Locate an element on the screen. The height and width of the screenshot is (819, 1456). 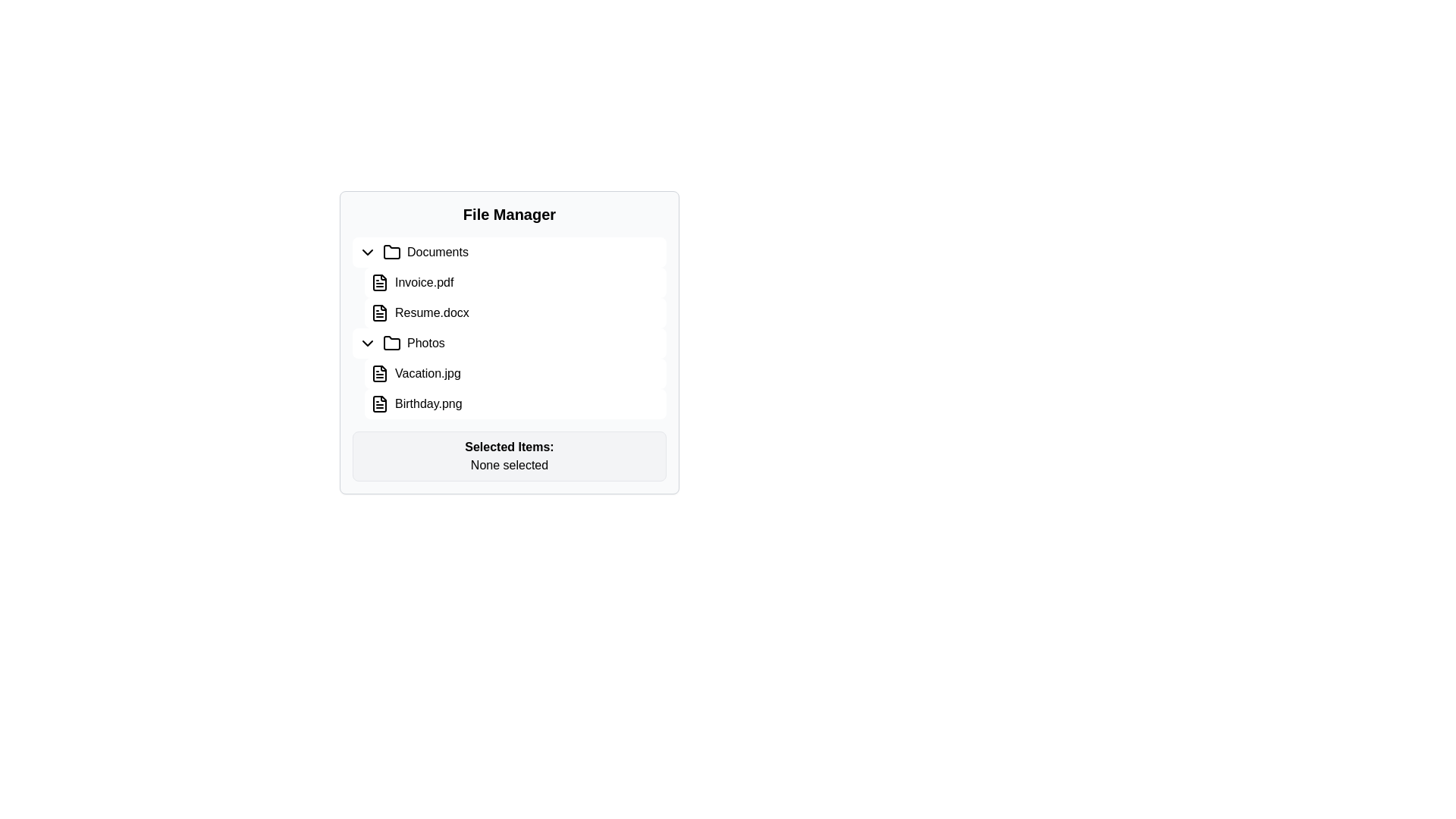
to select the file named 'Birthday.png' located in the 'Photos' section of the file manager panel is located at coordinates (510, 403).